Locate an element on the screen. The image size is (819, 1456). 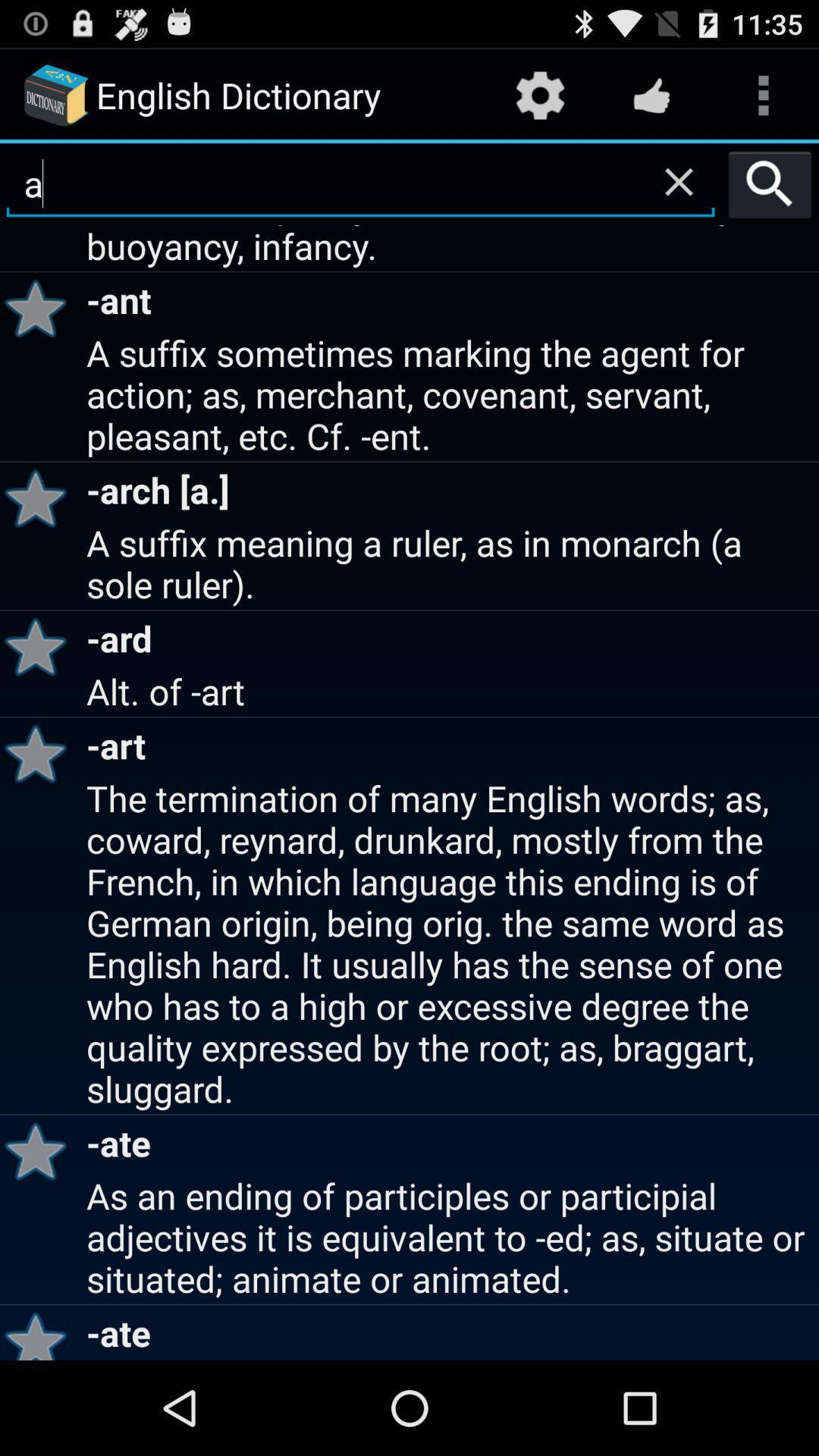
icon to the left of the alt. of -art item is located at coordinates (40, 753).